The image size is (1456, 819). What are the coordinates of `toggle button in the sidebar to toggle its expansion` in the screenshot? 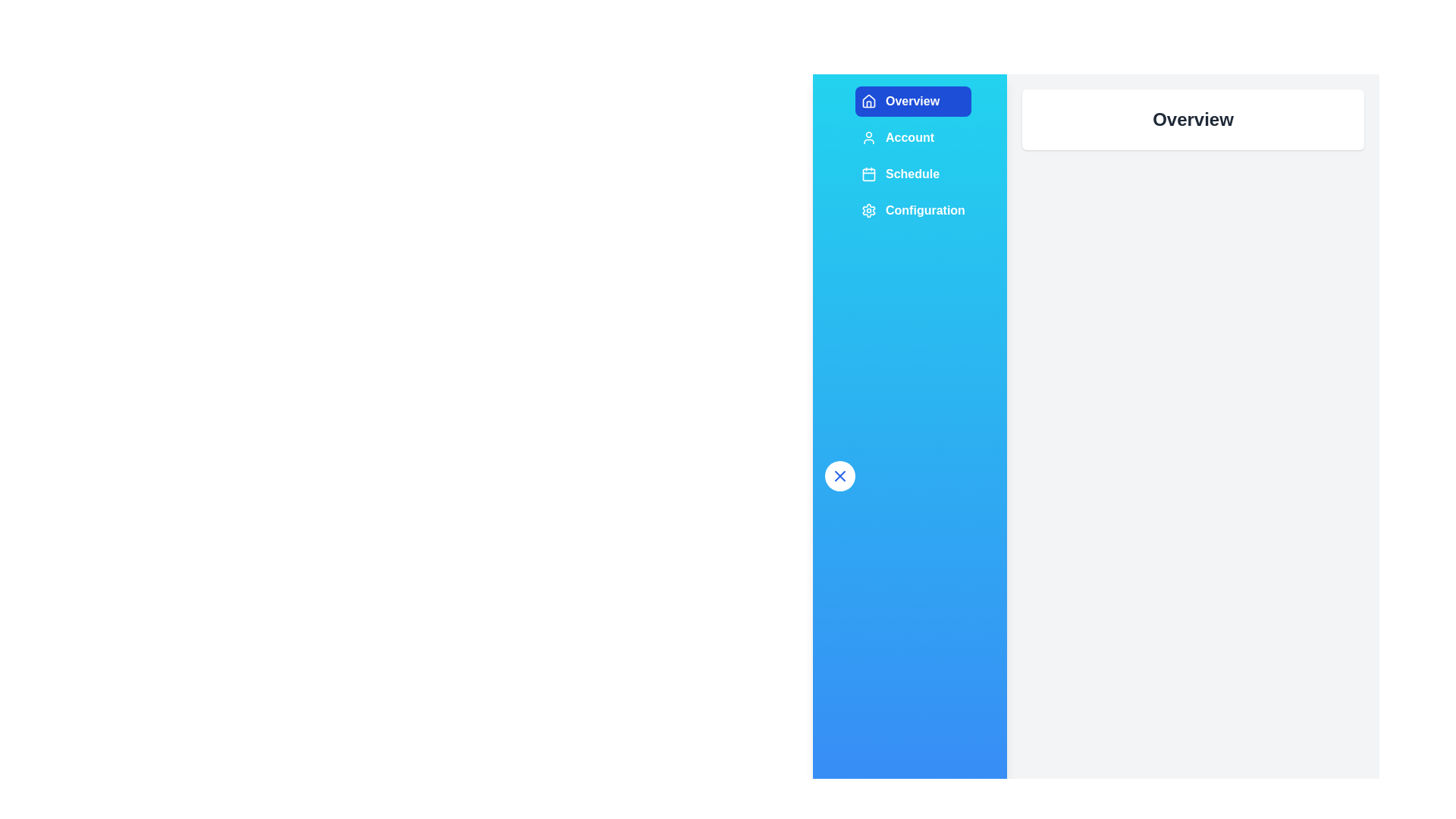 It's located at (839, 475).